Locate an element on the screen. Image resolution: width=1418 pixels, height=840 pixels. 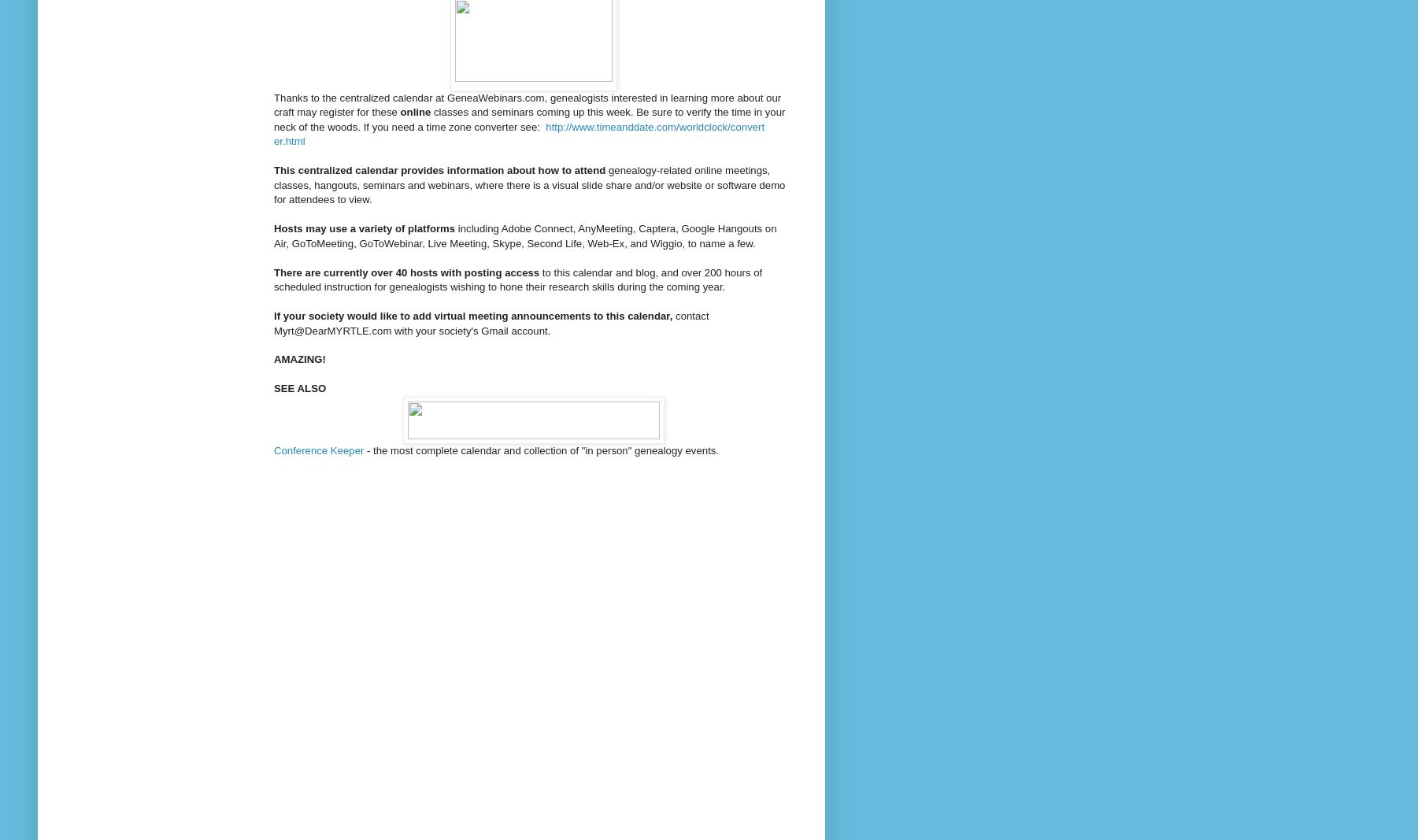
'Gmail account' is located at coordinates (513, 329).